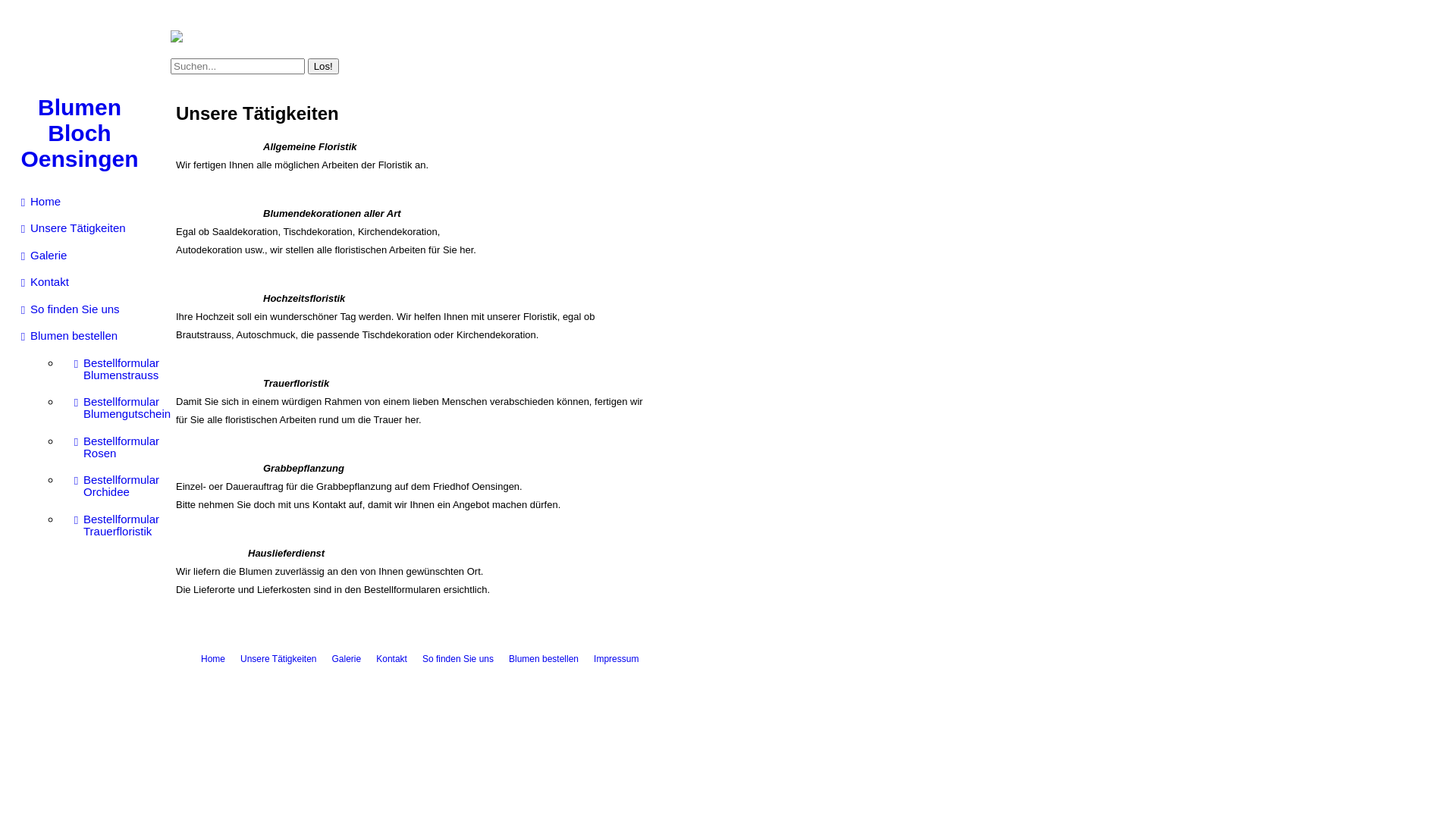 Image resolution: width=1456 pixels, height=819 pixels. I want to click on 'Bestellformular Rosen', so click(112, 447).